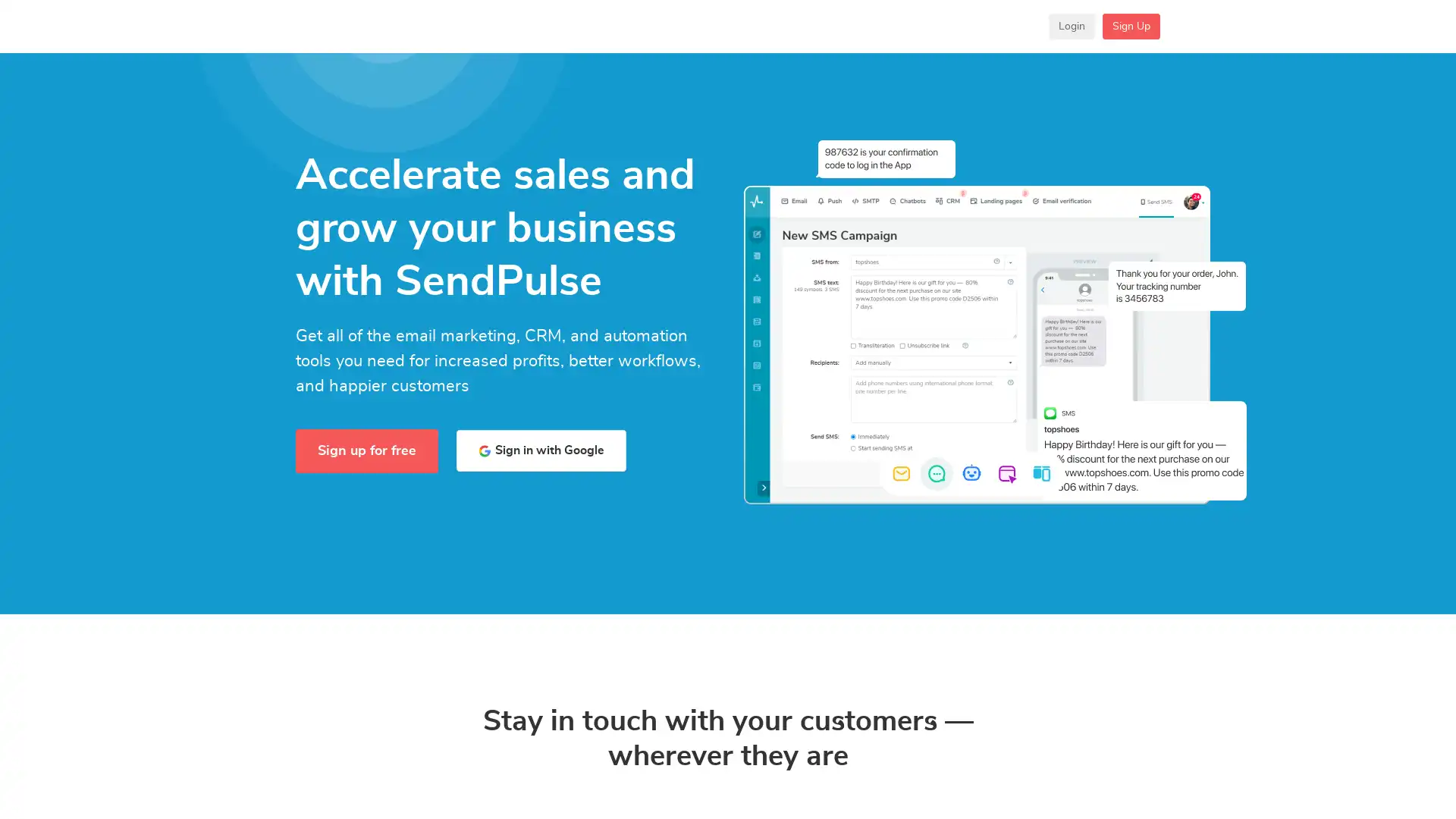 This screenshot has height=819, width=1456. Describe the element at coordinates (1071, 36) in the screenshot. I see `Login` at that location.